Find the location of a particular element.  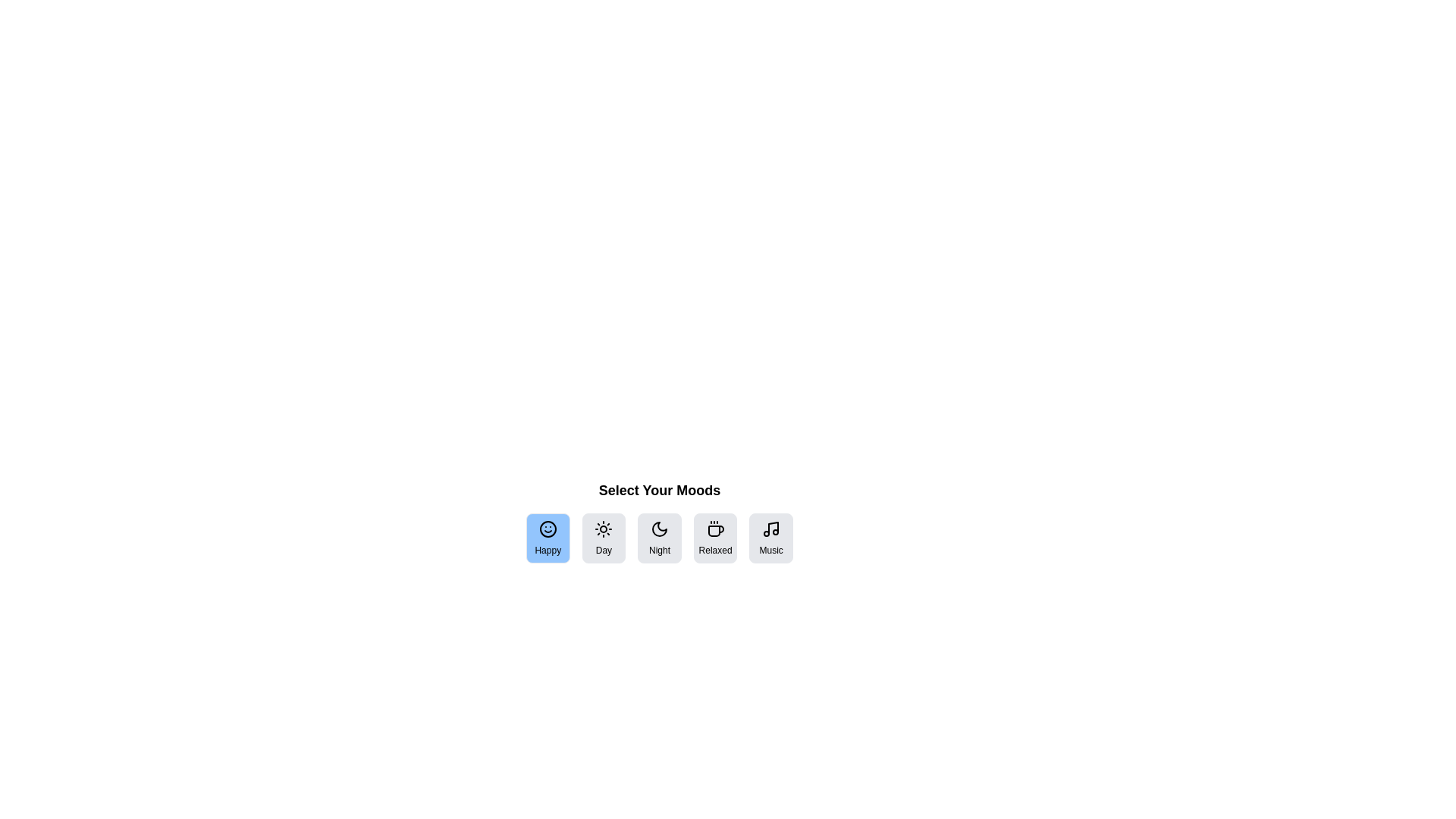

the 'Night' mood button located under the title 'Select Your Moods' is located at coordinates (659, 520).